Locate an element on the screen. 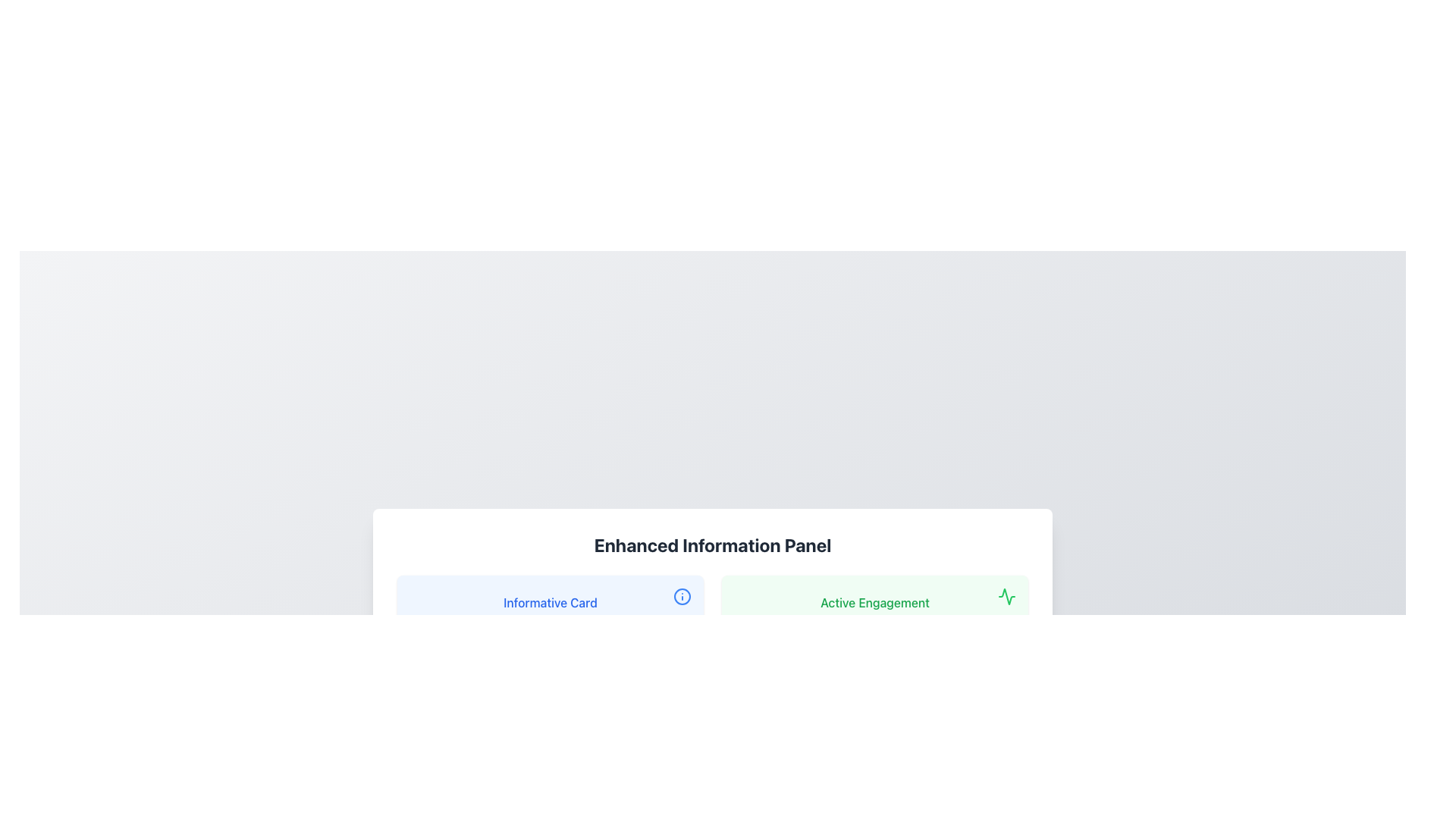  the first Informational card in the grid layout, located at the top left, which provides static information to users is located at coordinates (549, 623).